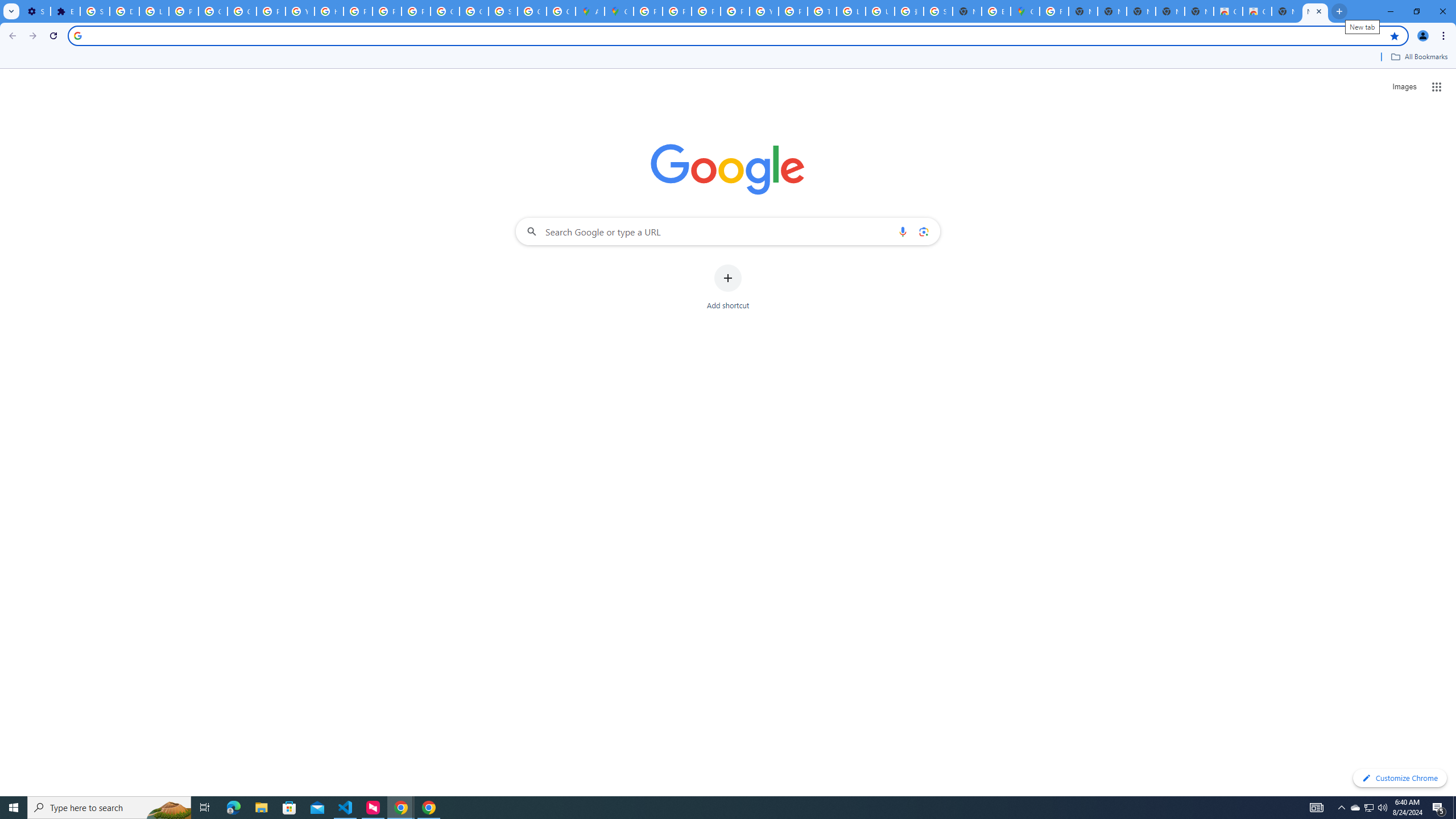 This screenshot has height=819, width=1456. Describe the element at coordinates (1228, 11) in the screenshot. I see `'Classic Blue - Chrome Web Store'` at that location.